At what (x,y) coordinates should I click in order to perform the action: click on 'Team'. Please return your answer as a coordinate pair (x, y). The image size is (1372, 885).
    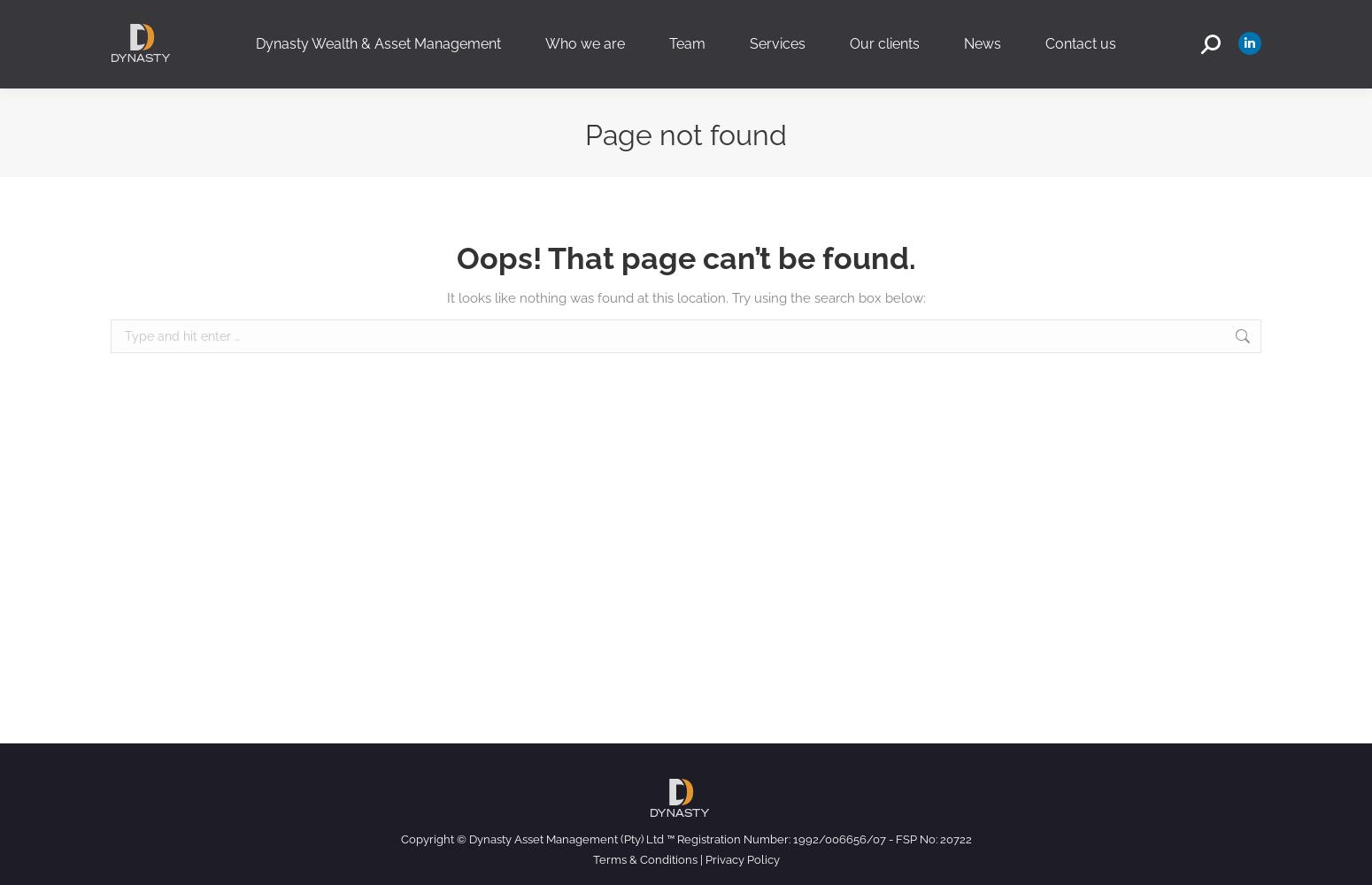
    Looking at the image, I should click on (686, 43).